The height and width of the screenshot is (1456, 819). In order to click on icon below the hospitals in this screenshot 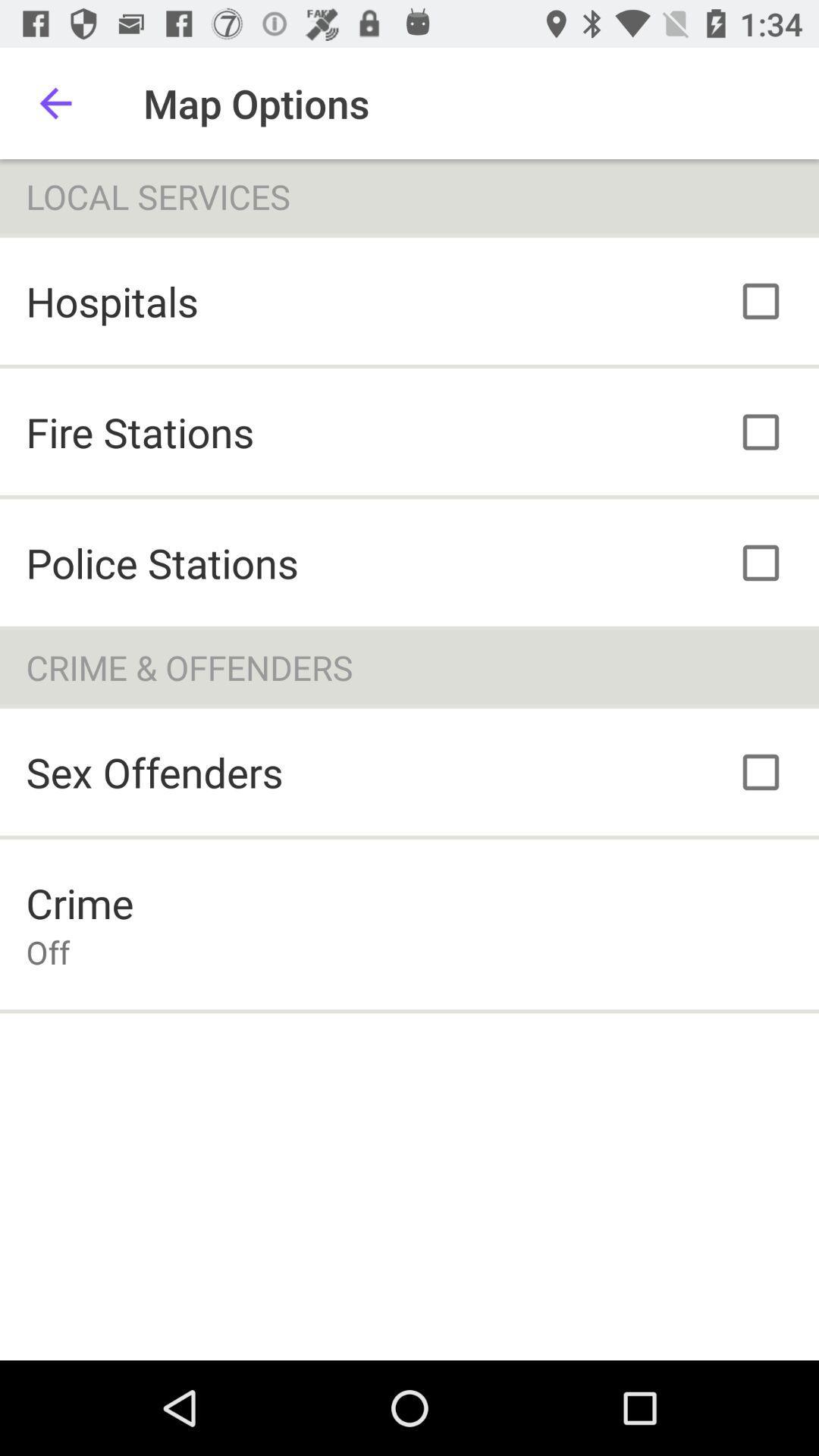, I will do `click(140, 431)`.